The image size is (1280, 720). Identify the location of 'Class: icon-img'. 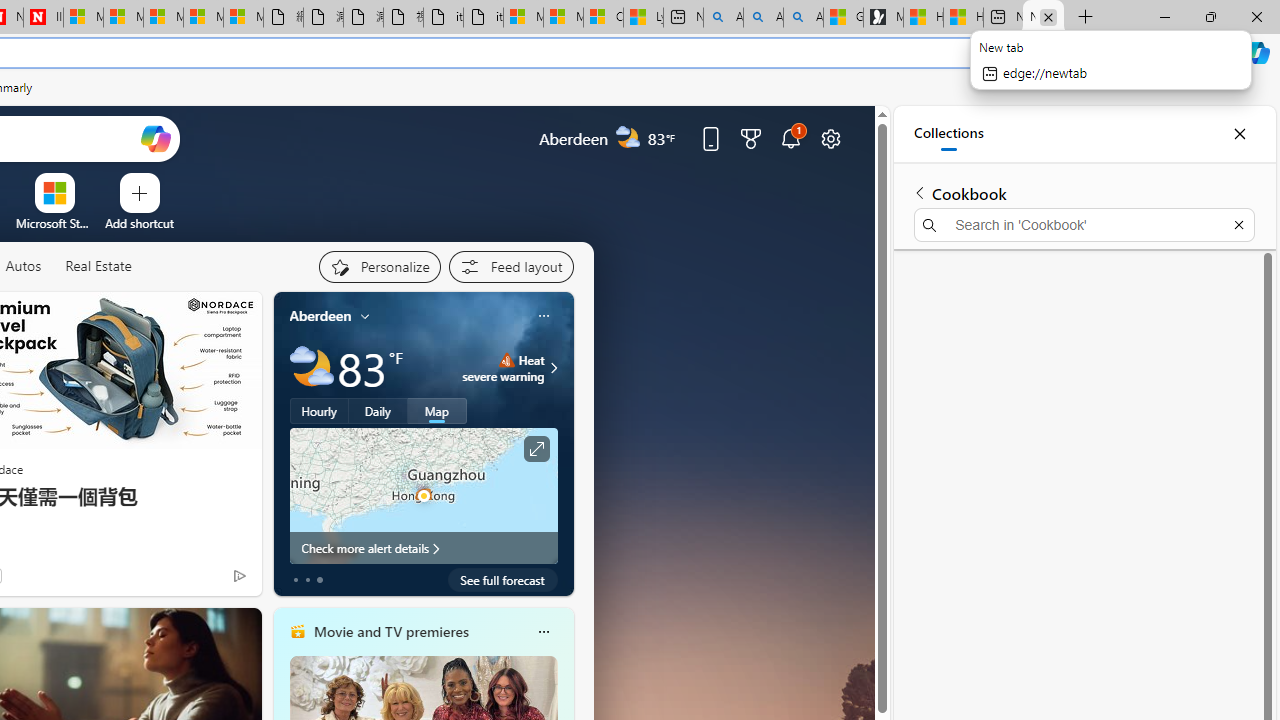
(543, 632).